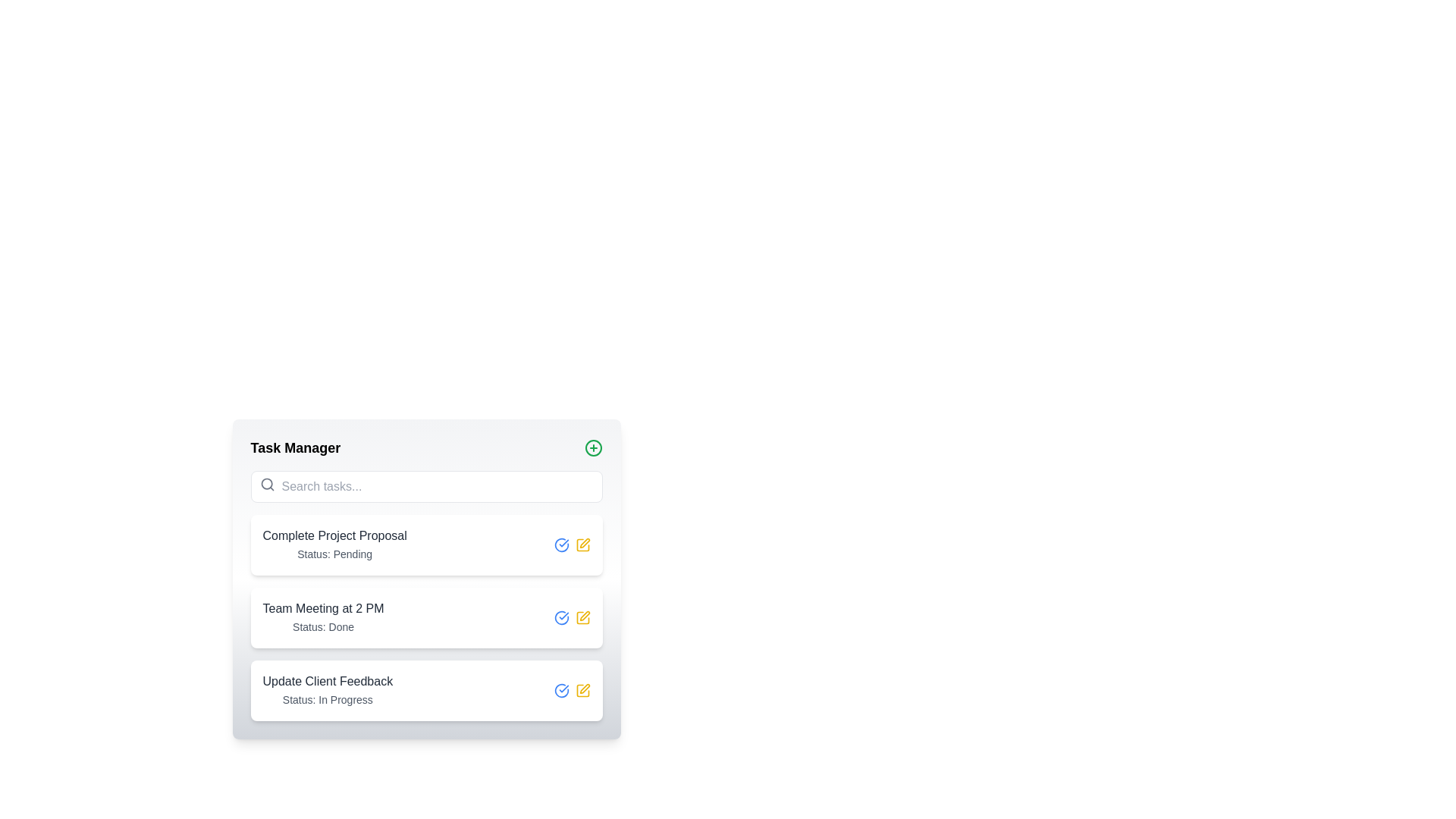 The width and height of the screenshot is (1456, 819). I want to click on the Decorative component of the yellow square pen icon located in the task item's action buttons section, so click(582, 617).